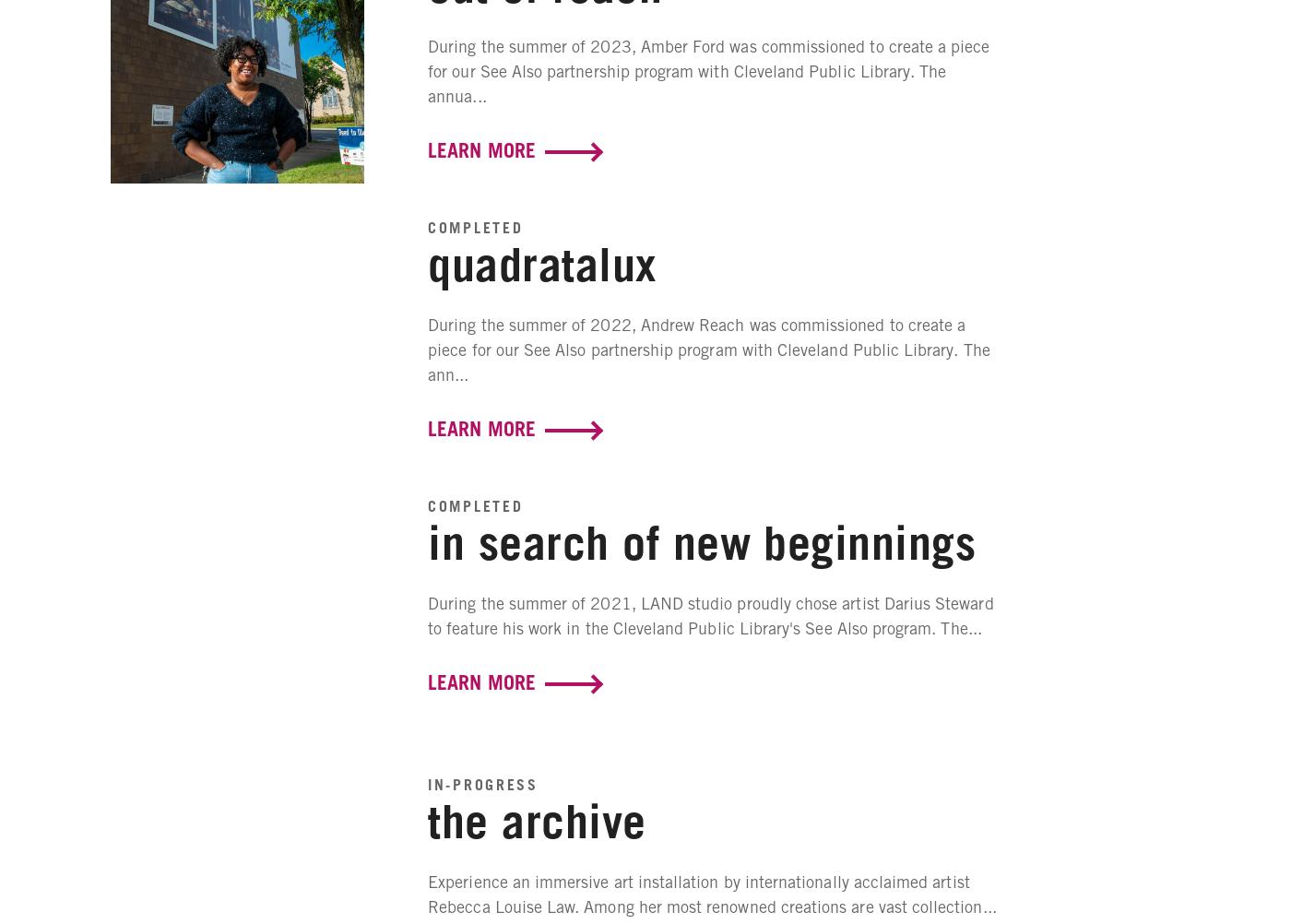  Describe the element at coordinates (427, 349) in the screenshot. I see `'During the summer of 2022, Andrew Reach was commissioned to create a piece for our See Also partnership program with Cleveland Public Library. The ann...'` at that location.